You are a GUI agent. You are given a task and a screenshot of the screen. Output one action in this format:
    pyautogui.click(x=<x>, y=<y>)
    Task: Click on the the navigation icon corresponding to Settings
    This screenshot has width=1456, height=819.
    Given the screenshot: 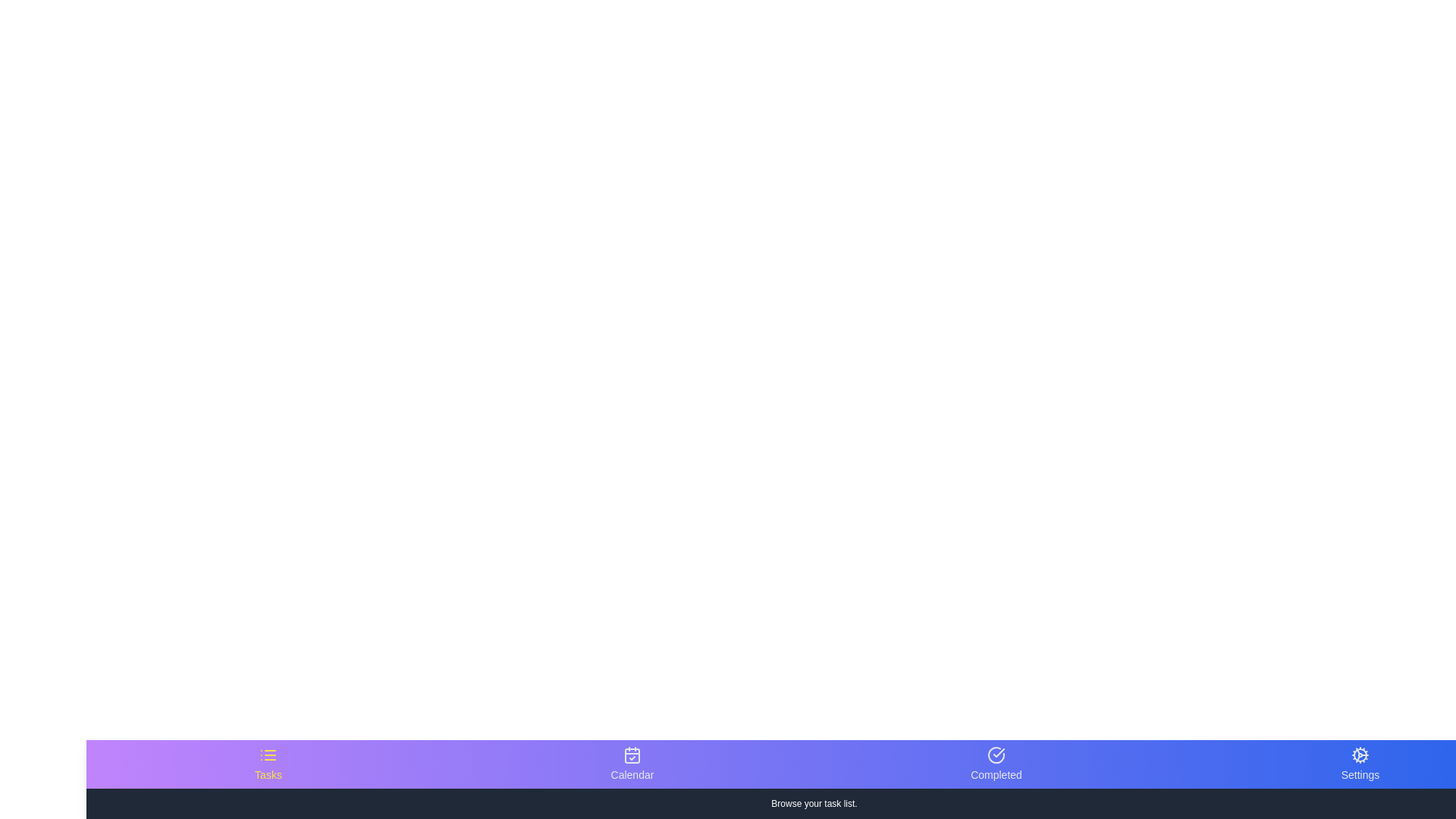 What is the action you would take?
    pyautogui.click(x=1360, y=764)
    